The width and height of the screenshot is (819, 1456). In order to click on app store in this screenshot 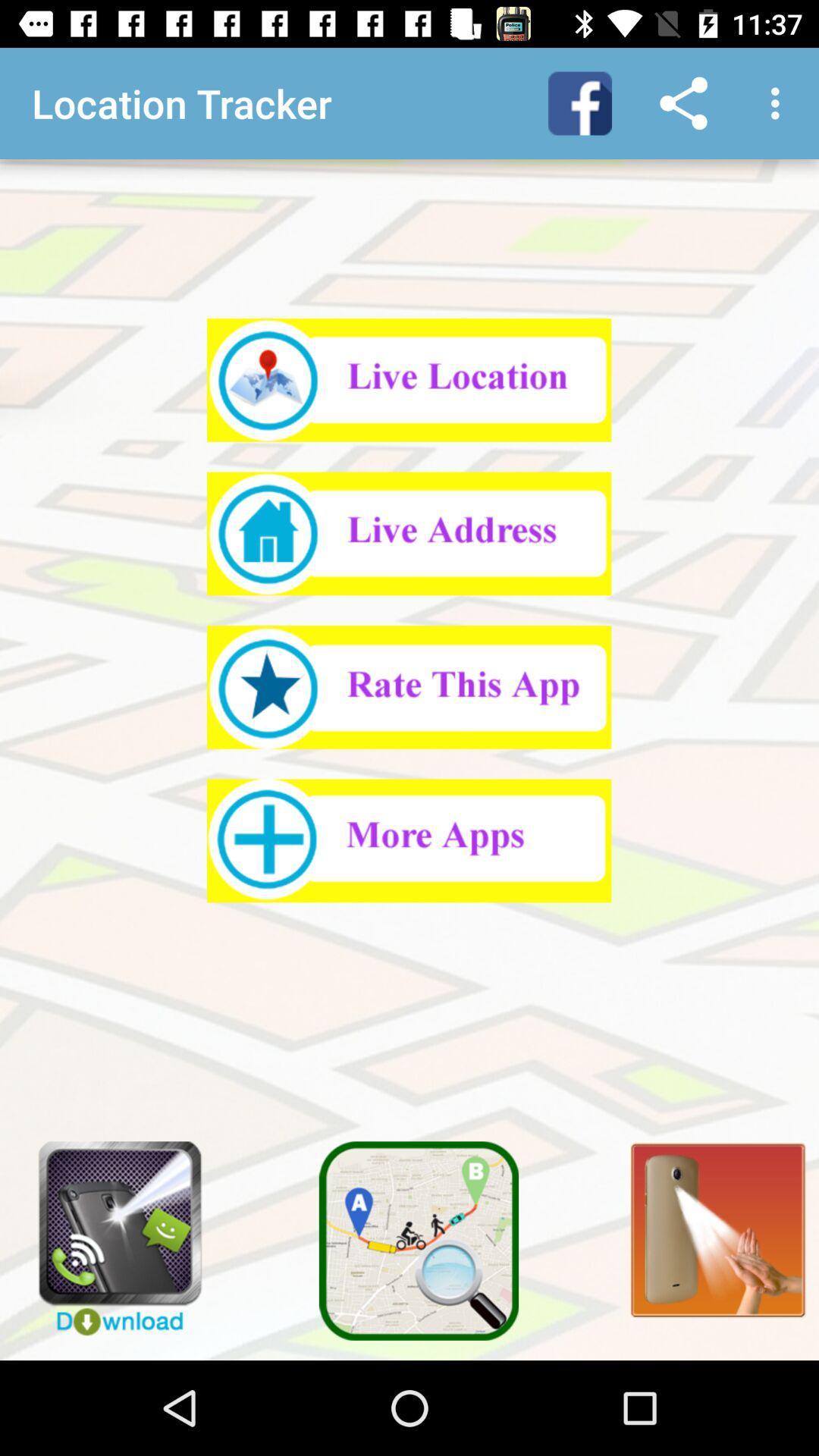, I will do `click(408, 839)`.